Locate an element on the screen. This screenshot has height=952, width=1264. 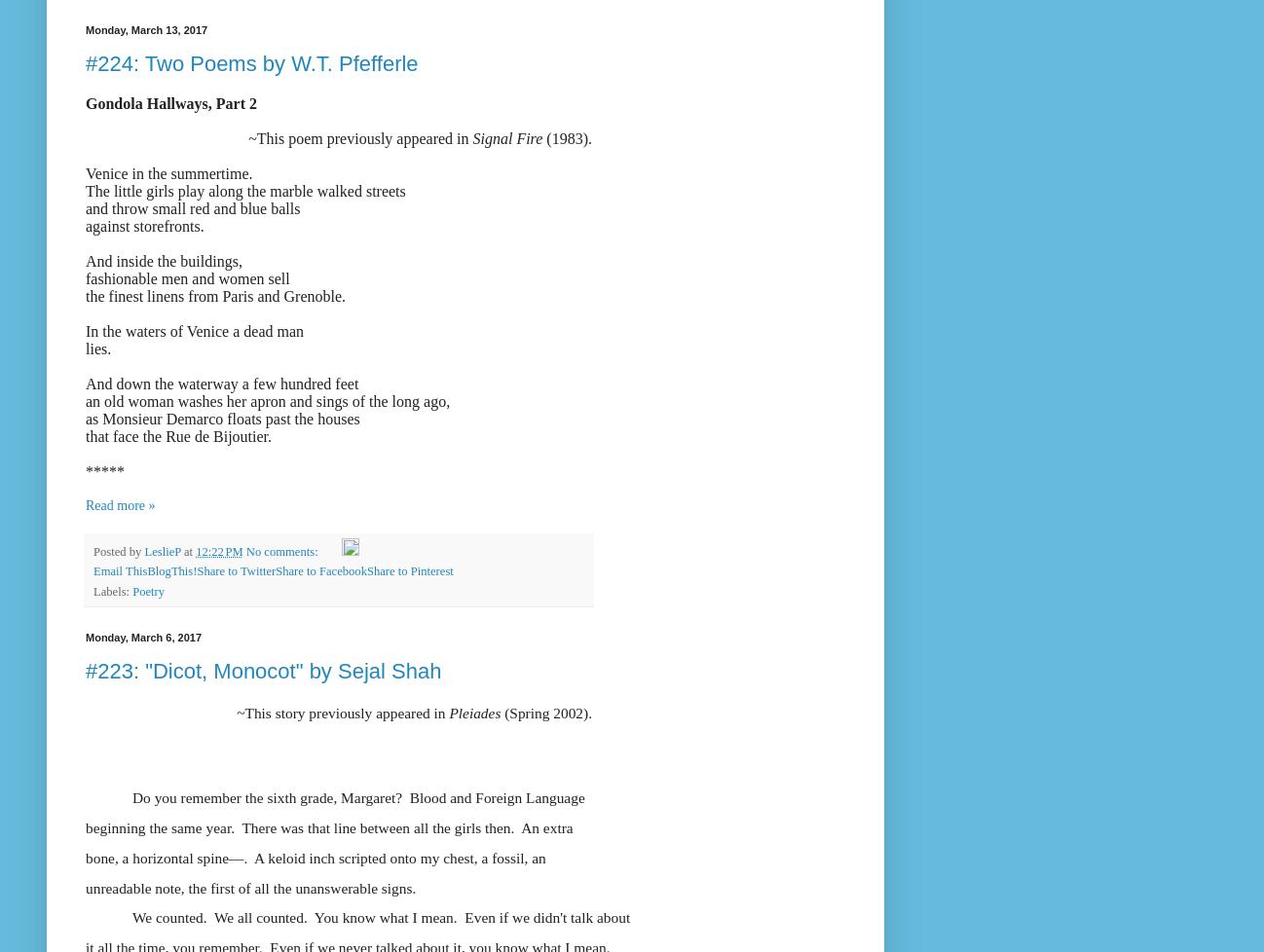
'Share to Facebook' is located at coordinates (320, 570).